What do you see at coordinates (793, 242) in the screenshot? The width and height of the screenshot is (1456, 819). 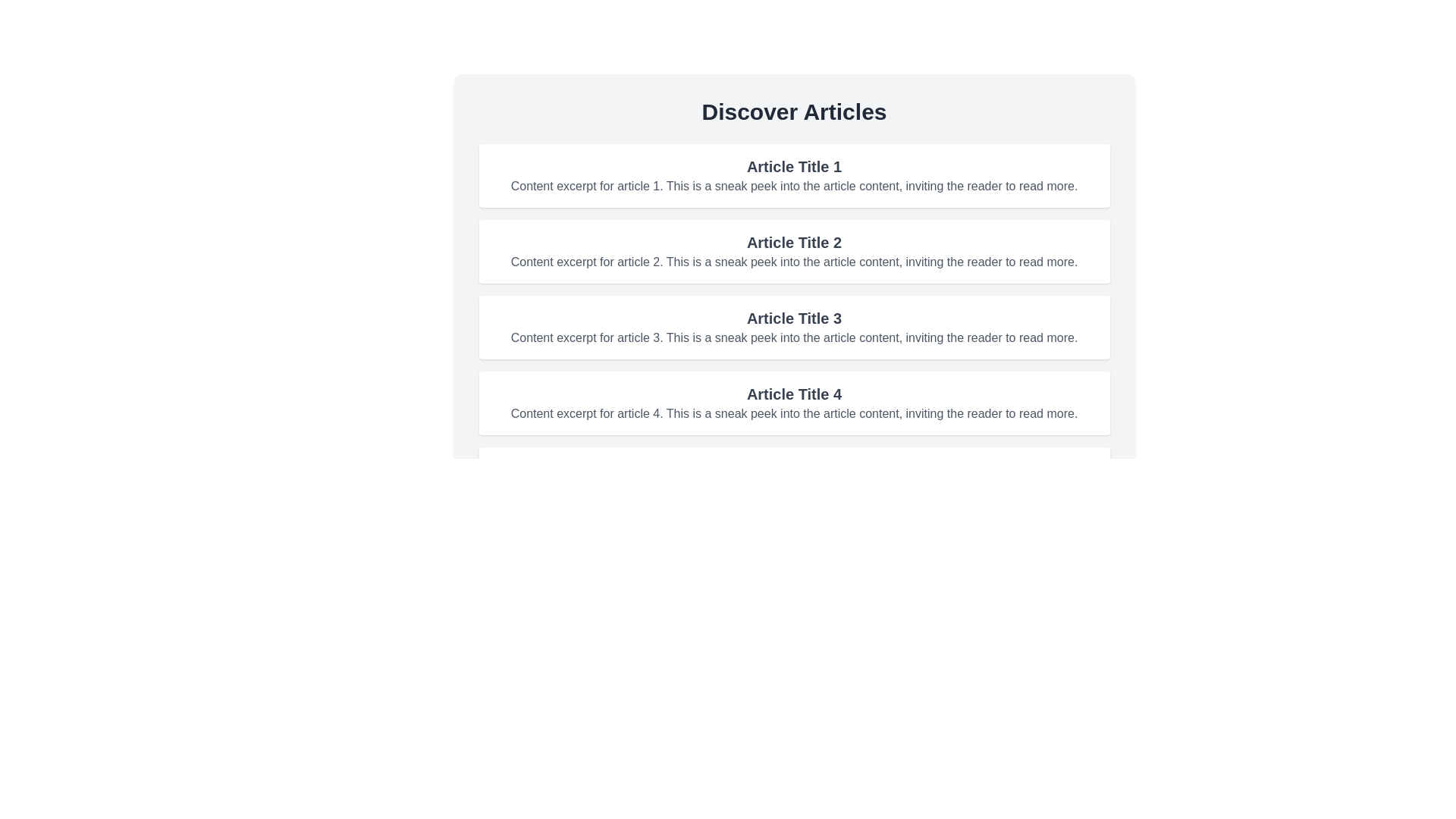 I see `the text label displaying 'Article Title 2', which is styled in a large, bold font and located at the top-center of the second article card in a vertical list` at bounding box center [793, 242].